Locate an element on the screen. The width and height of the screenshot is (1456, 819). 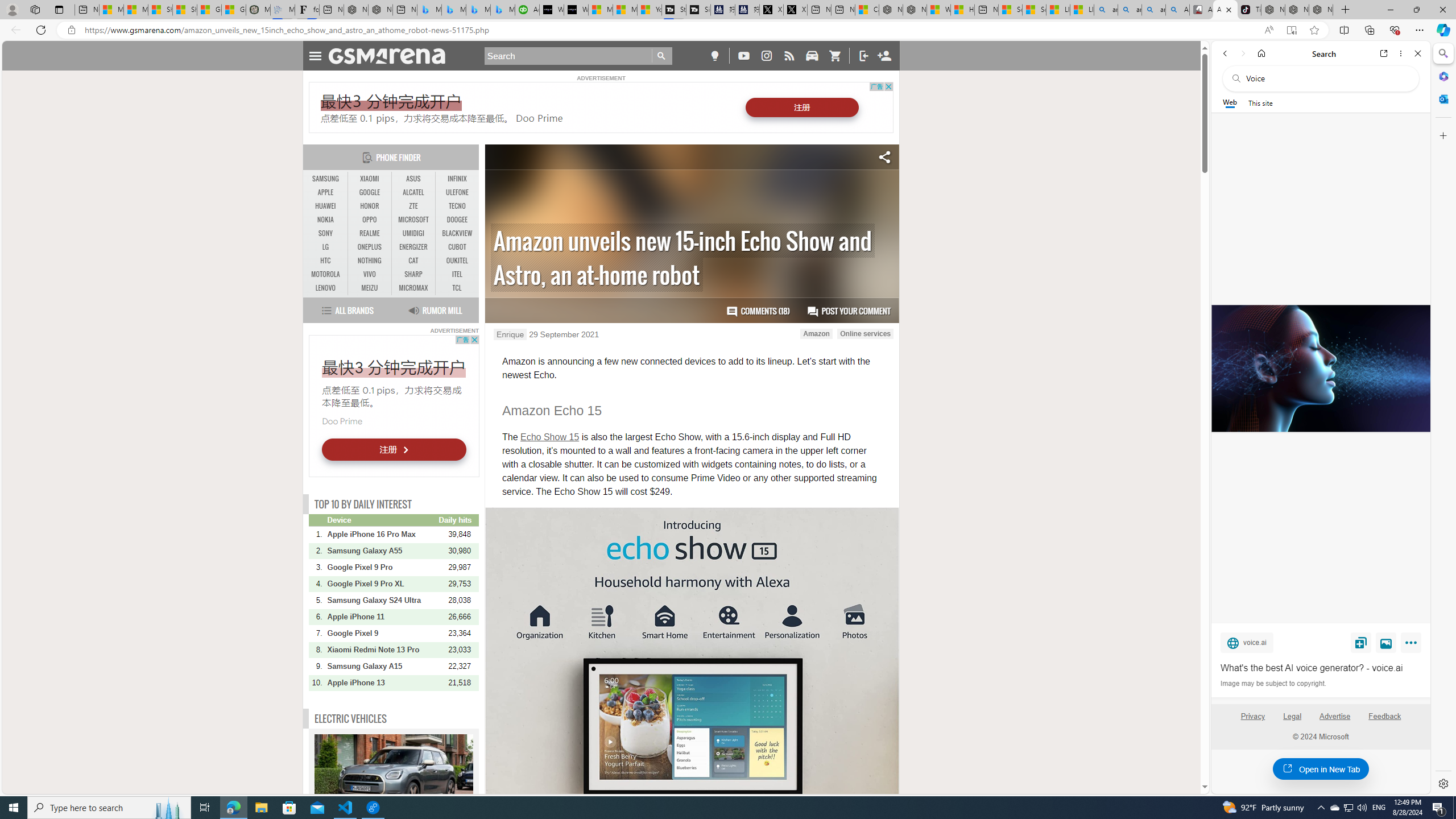
'OPPO' is located at coordinates (369, 220).